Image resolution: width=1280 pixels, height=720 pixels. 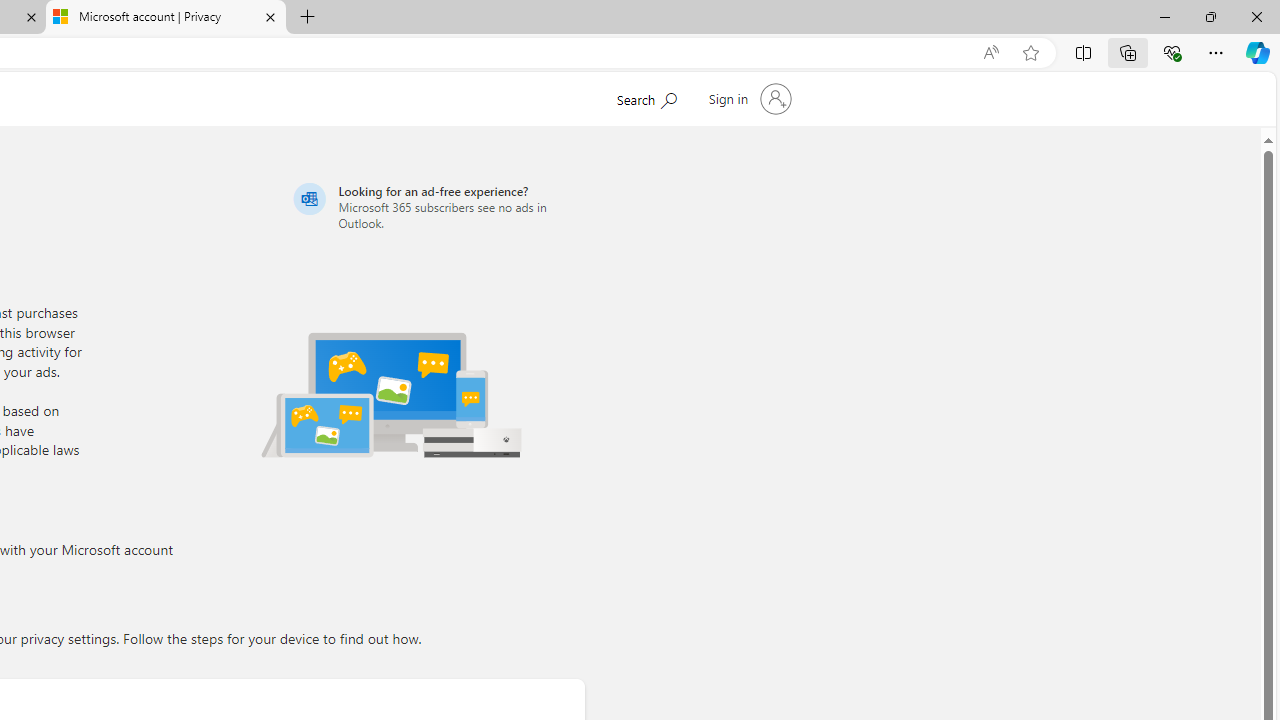 What do you see at coordinates (747, 99) in the screenshot?
I see `'Sign in to your account'` at bounding box center [747, 99].